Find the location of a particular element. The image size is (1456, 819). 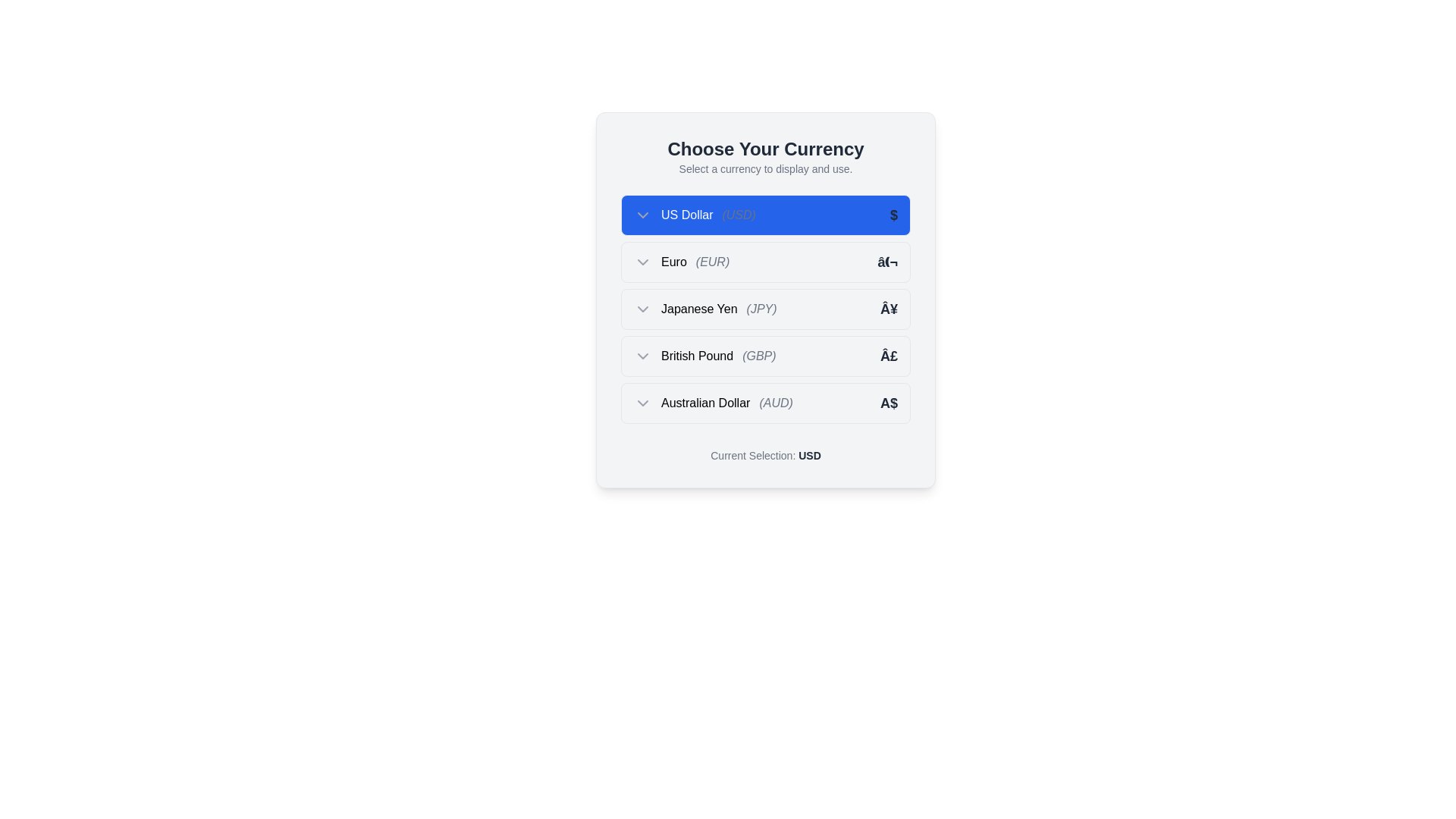

static text component that displays the header 'Choose Your Currency' and the subheader 'Select a currency to display and use.' is located at coordinates (765, 157).